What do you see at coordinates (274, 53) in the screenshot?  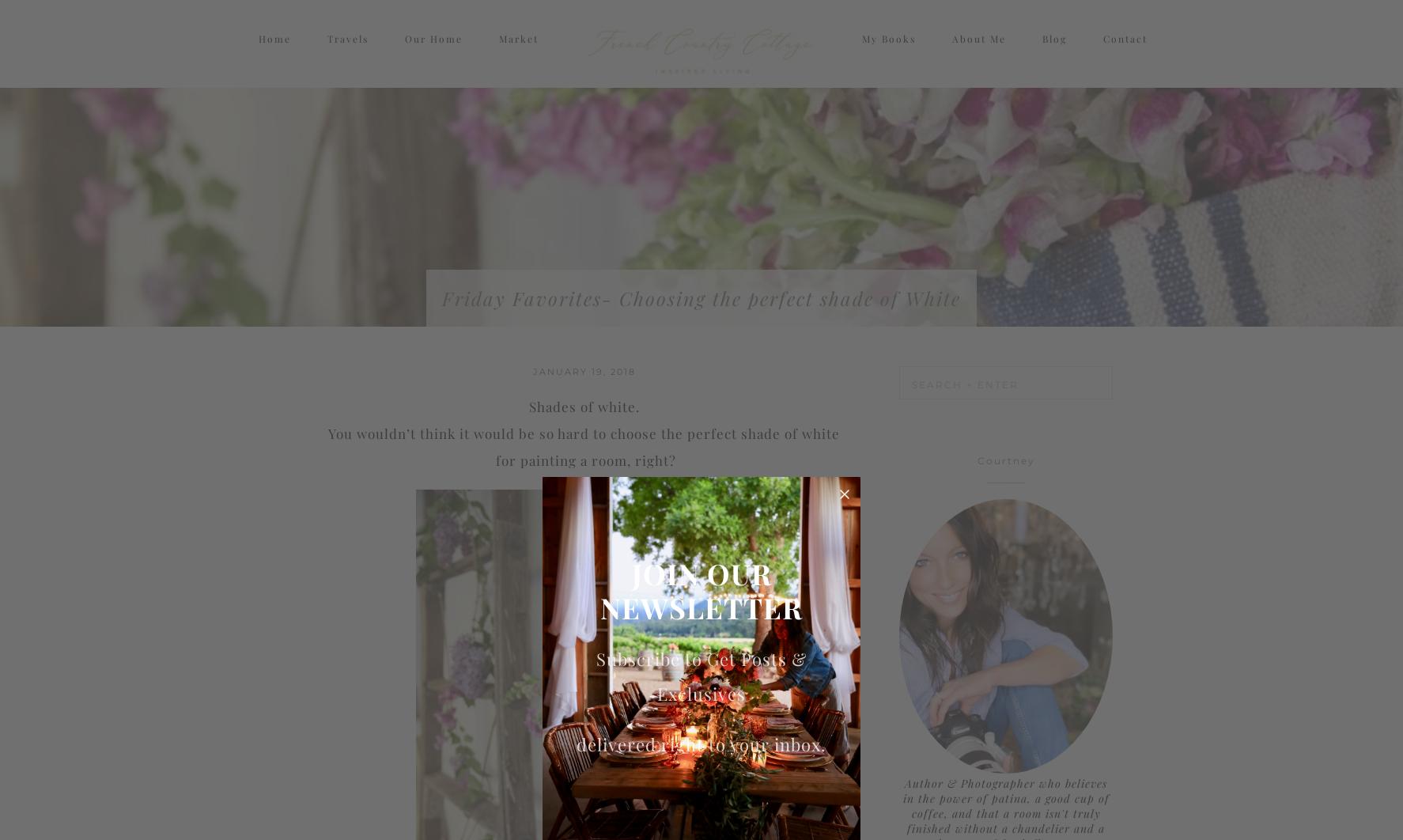 I see `'Home'` at bounding box center [274, 53].